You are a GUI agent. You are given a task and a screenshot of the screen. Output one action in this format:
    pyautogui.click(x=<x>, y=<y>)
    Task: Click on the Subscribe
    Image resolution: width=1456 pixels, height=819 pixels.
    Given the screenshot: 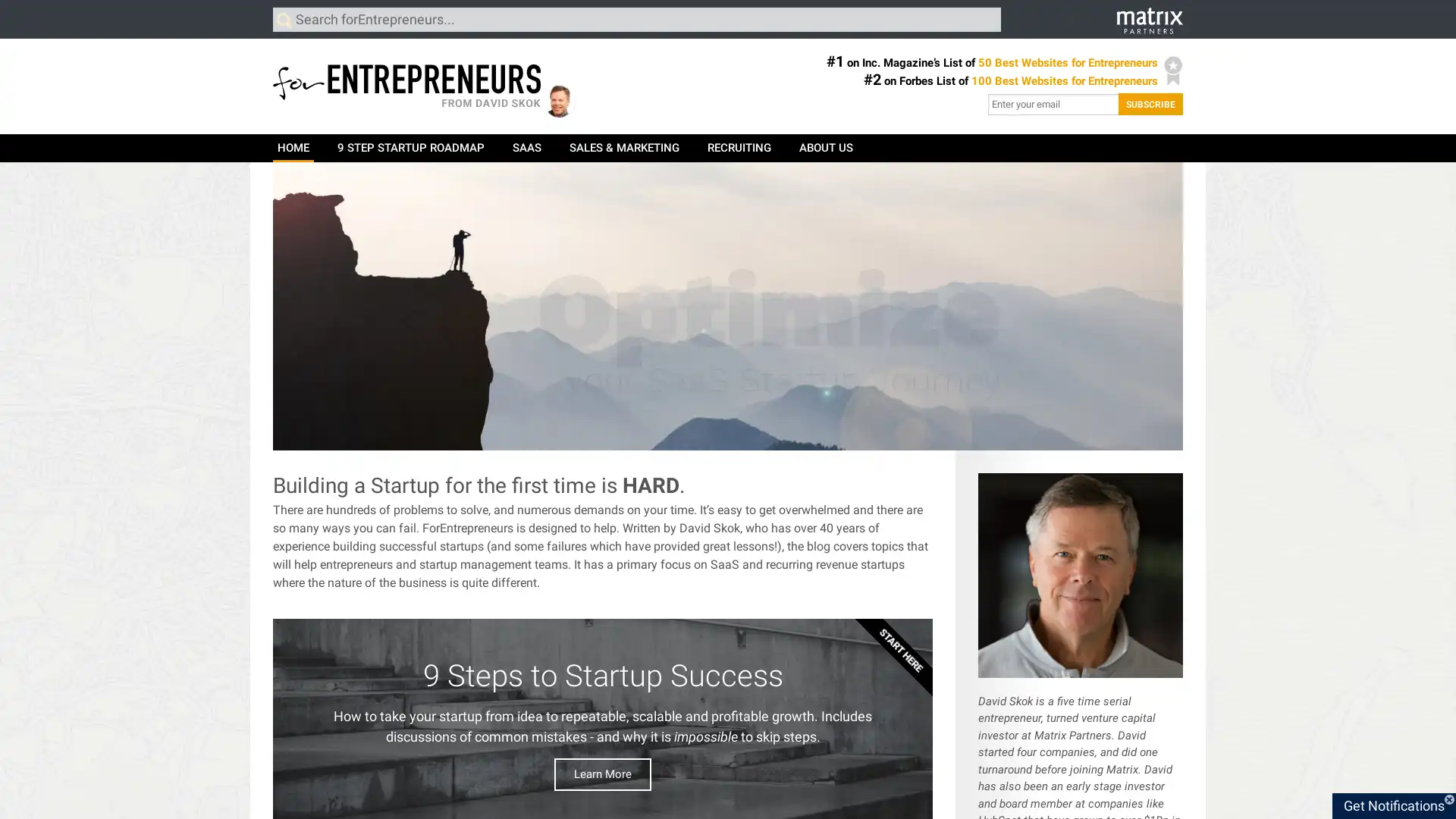 What is the action you would take?
    pyautogui.click(x=1150, y=103)
    